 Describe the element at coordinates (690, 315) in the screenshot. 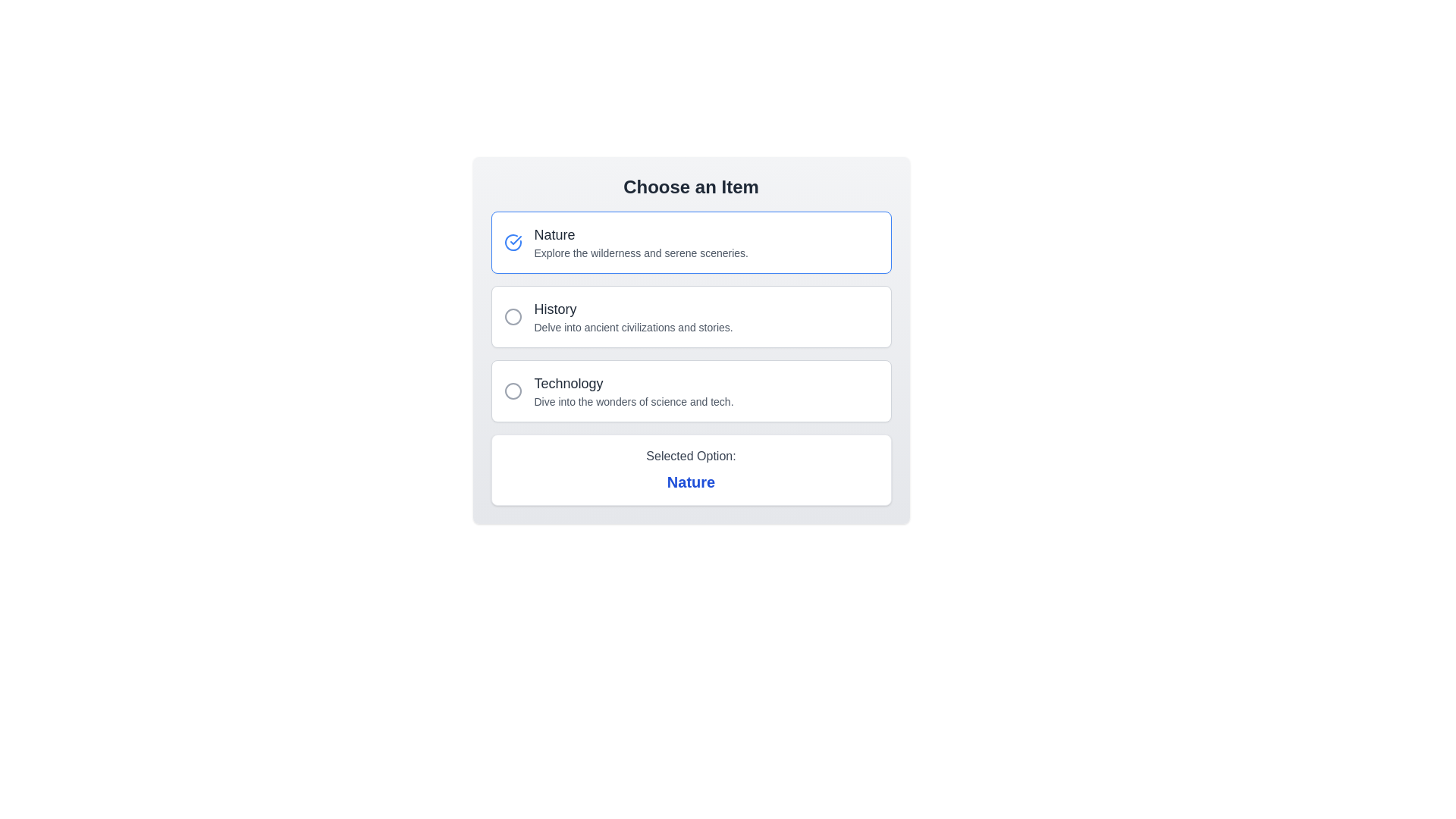

I see `the 'History' selectable list item, which features a circular selection indicator and is styled with a white background and rounded corners, positioned between 'Nature' and 'Technology'` at that location.